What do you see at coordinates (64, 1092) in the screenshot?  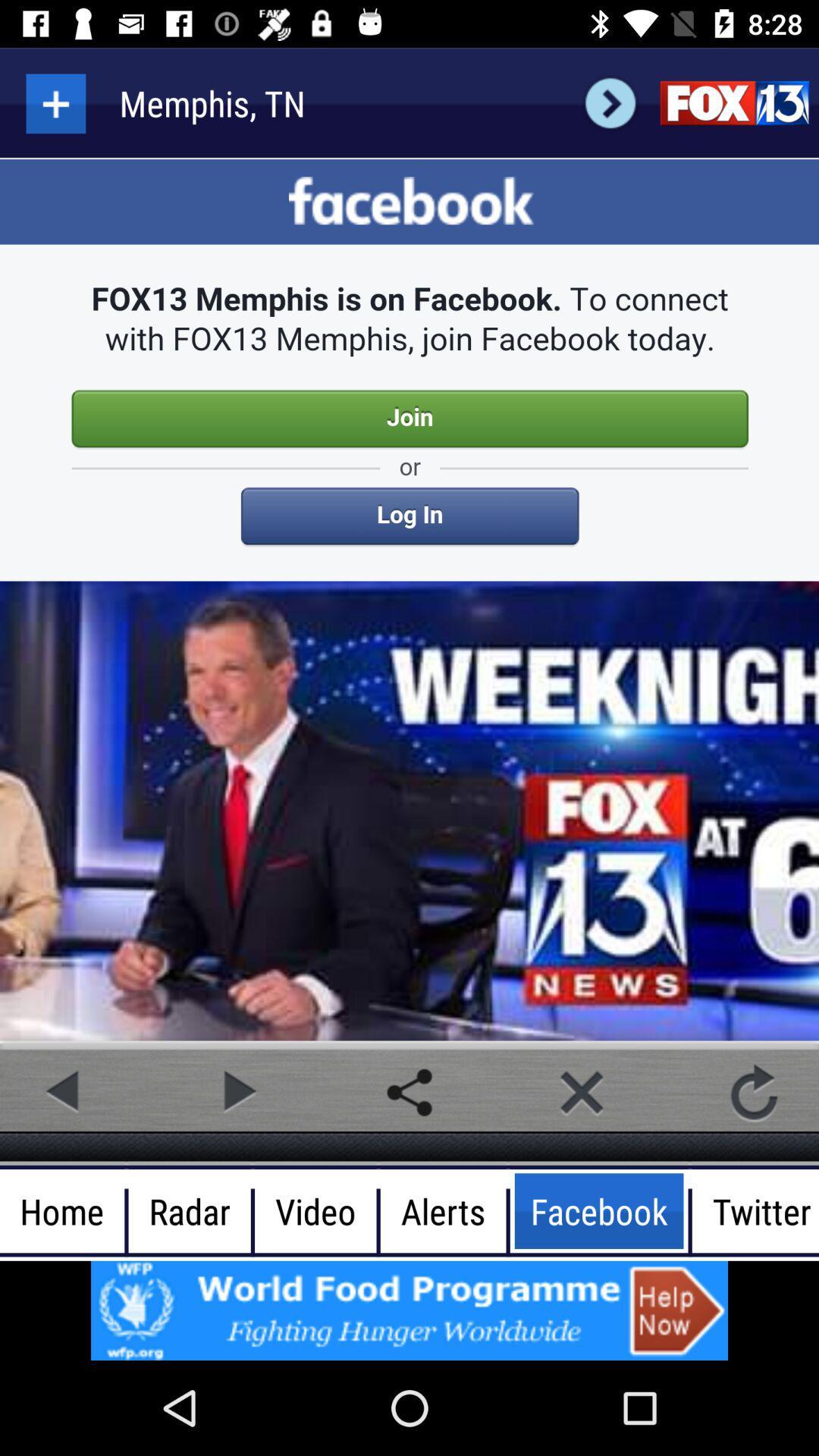 I see `going back to the previous page` at bounding box center [64, 1092].